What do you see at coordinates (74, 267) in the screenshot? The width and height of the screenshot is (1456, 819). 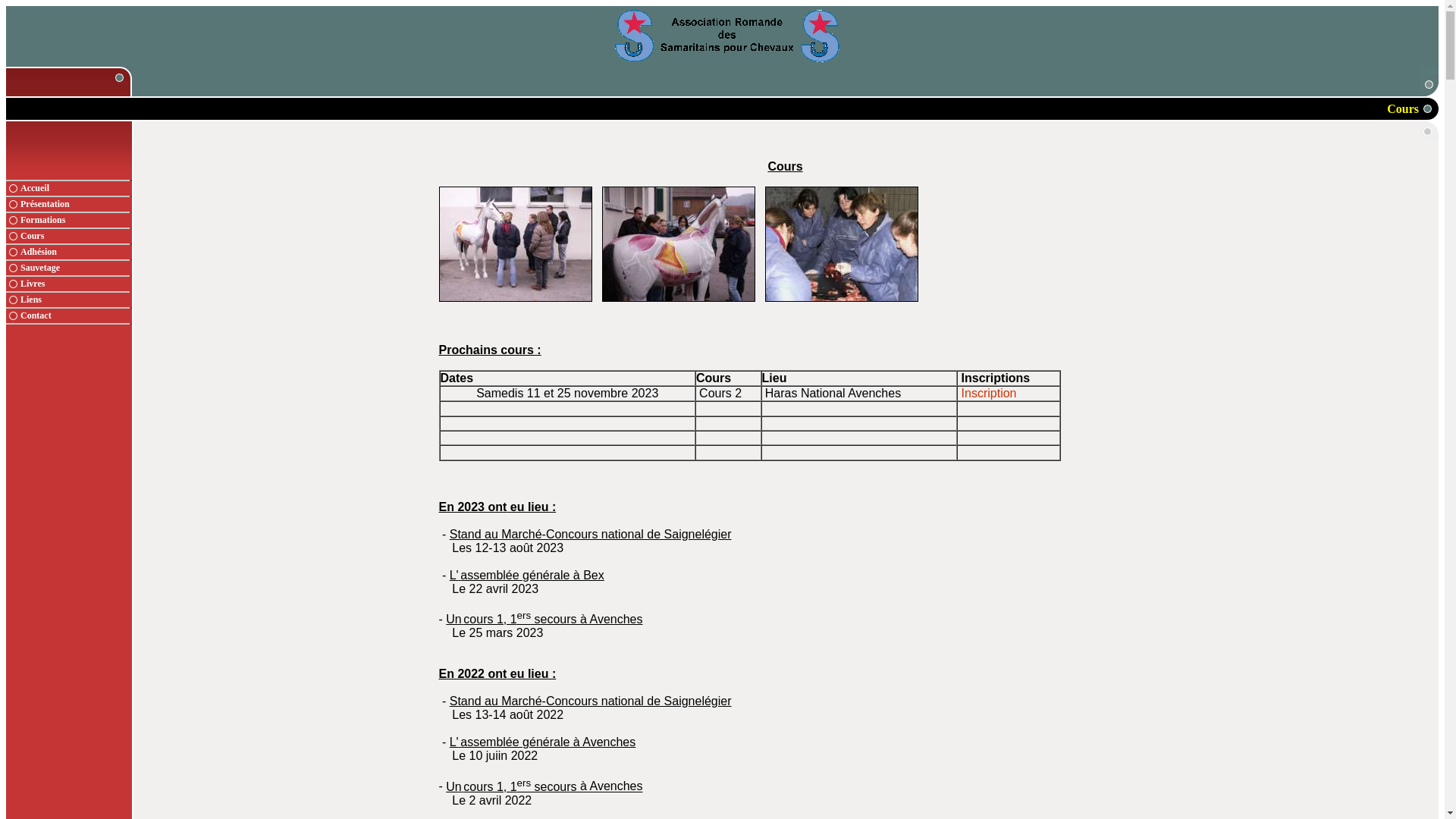 I see `'Sauvetage'` at bounding box center [74, 267].